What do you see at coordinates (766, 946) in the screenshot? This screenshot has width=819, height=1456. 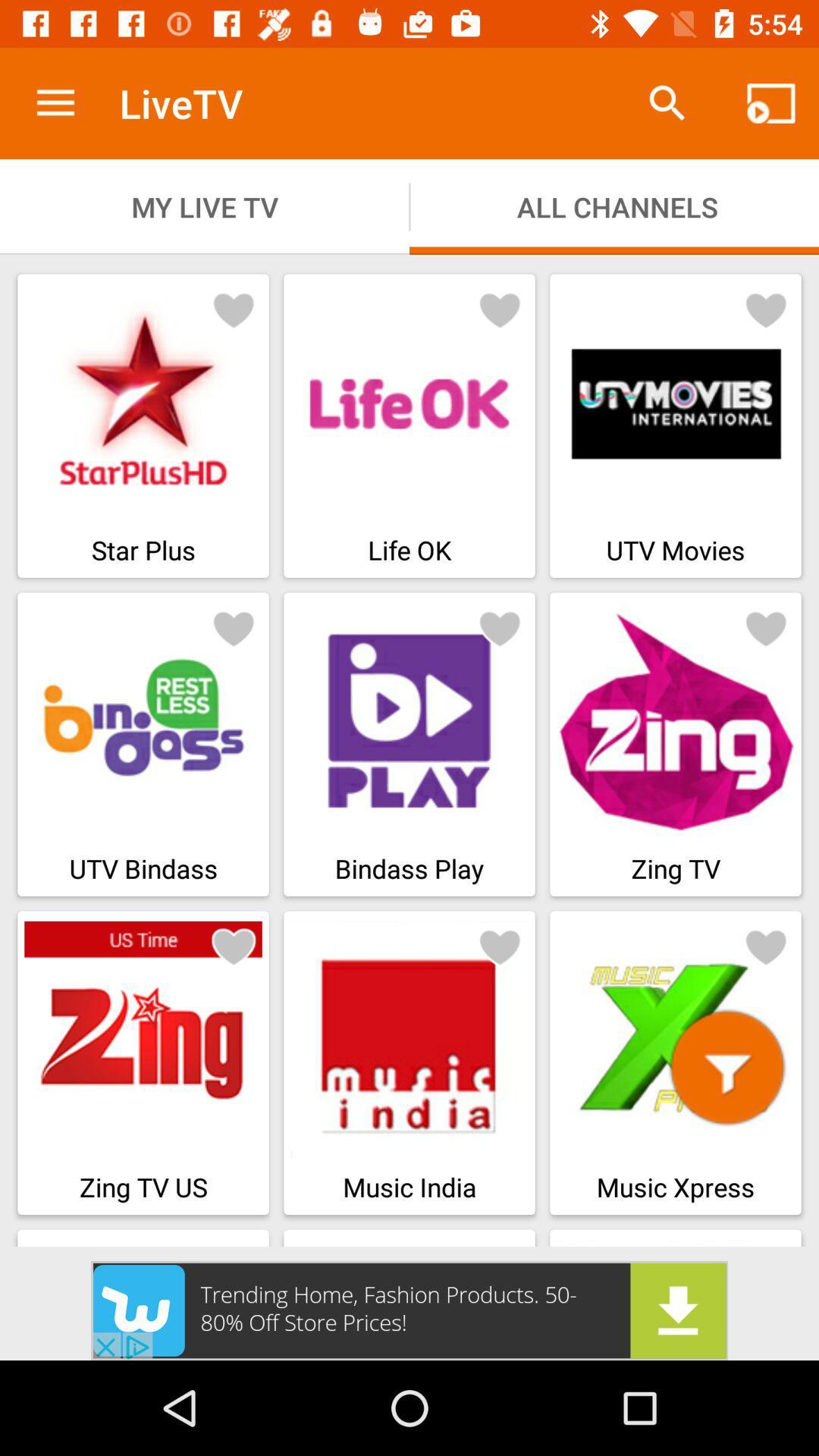 I see `like button` at bounding box center [766, 946].